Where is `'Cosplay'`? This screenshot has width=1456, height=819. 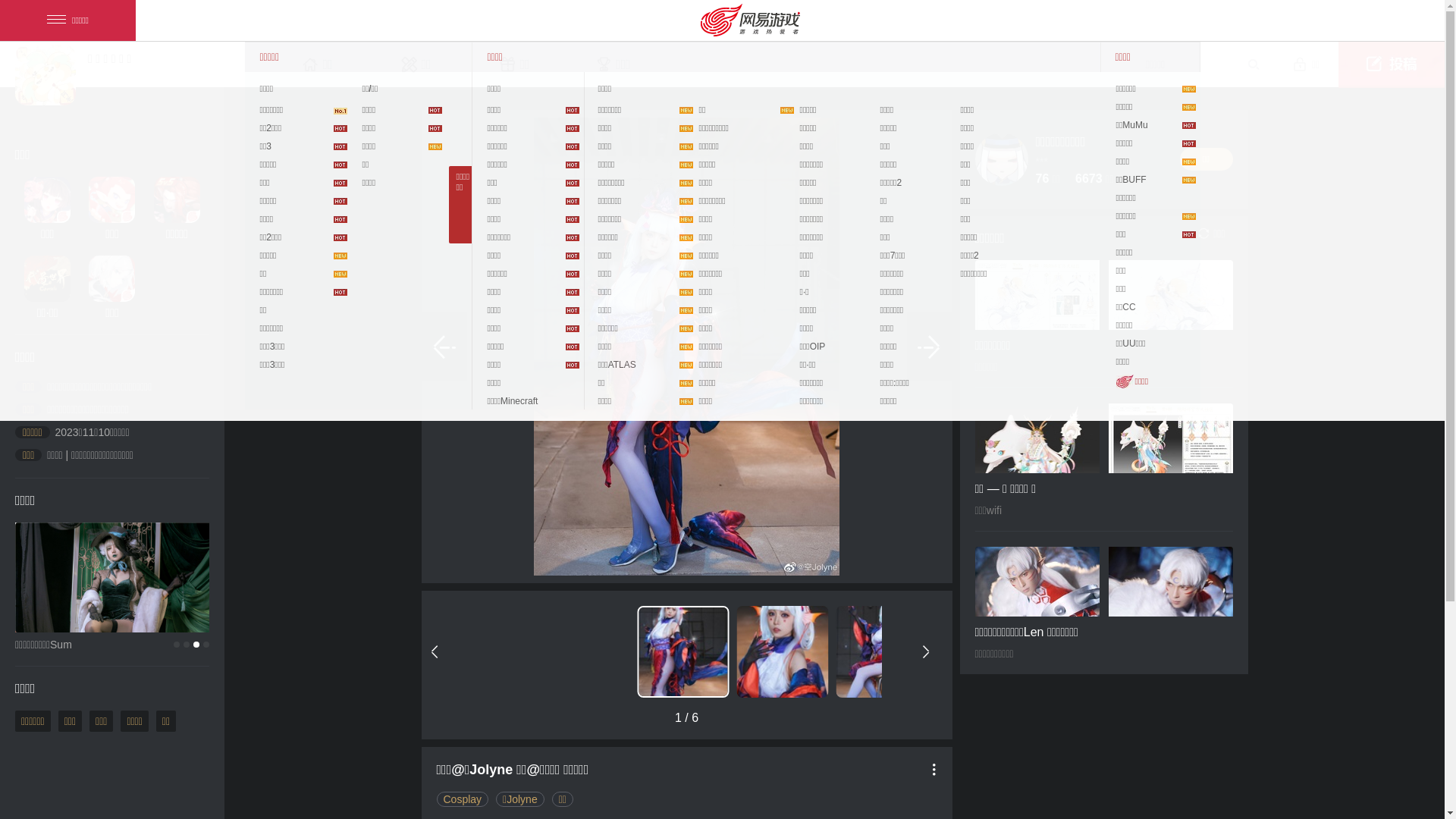
'Cosplay' is located at coordinates (462, 798).